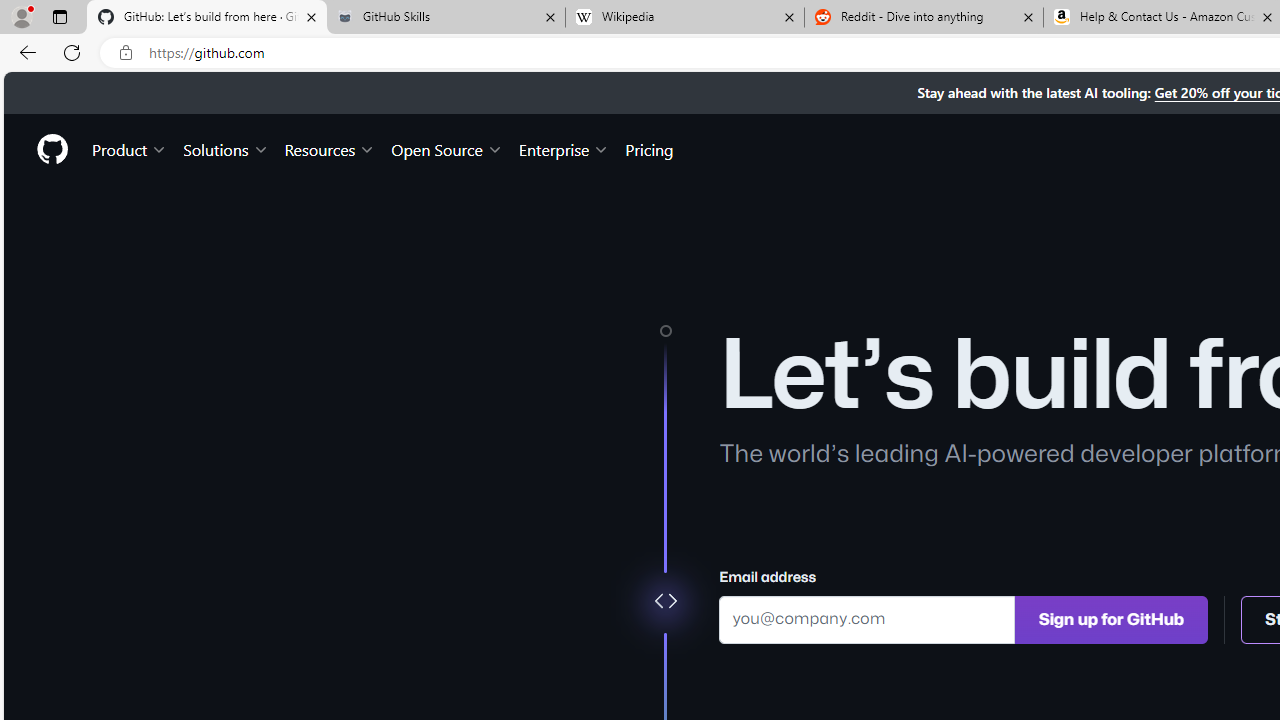 Image resolution: width=1280 pixels, height=720 pixels. Describe the element at coordinates (129, 148) in the screenshot. I see `'Product'` at that location.